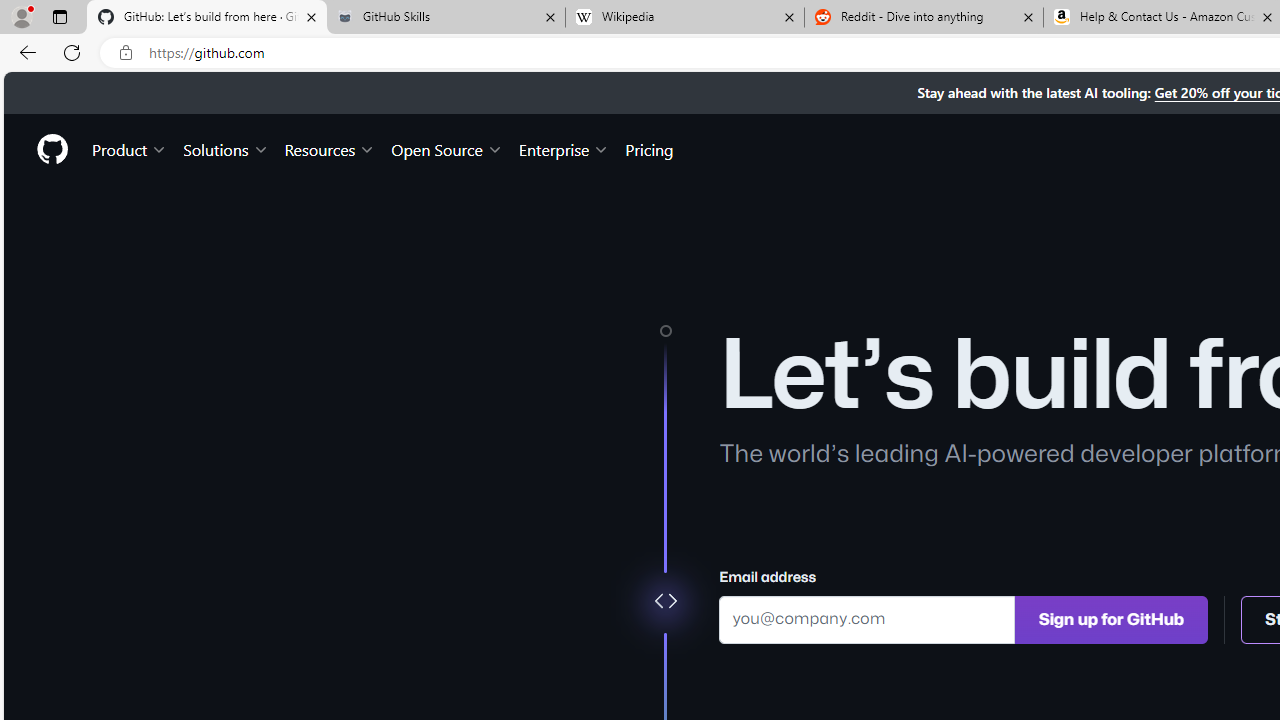 Image resolution: width=1280 pixels, height=720 pixels. Describe the element at coordinates (129, 148) in the screenshot. I see `'Product'` at that location.